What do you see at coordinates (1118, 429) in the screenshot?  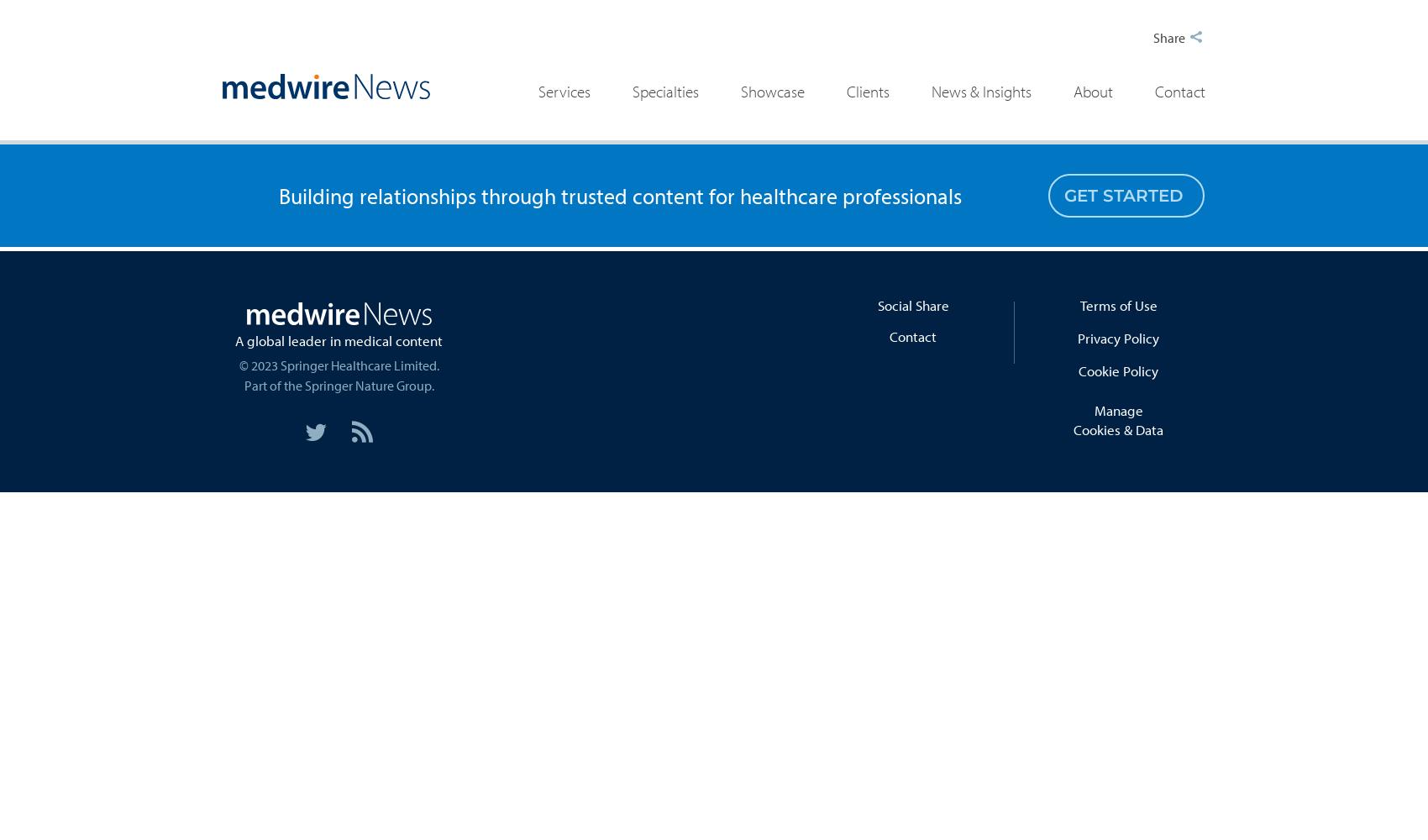 I see `'Cookies & Data'` at bounding box center [1118, 429].